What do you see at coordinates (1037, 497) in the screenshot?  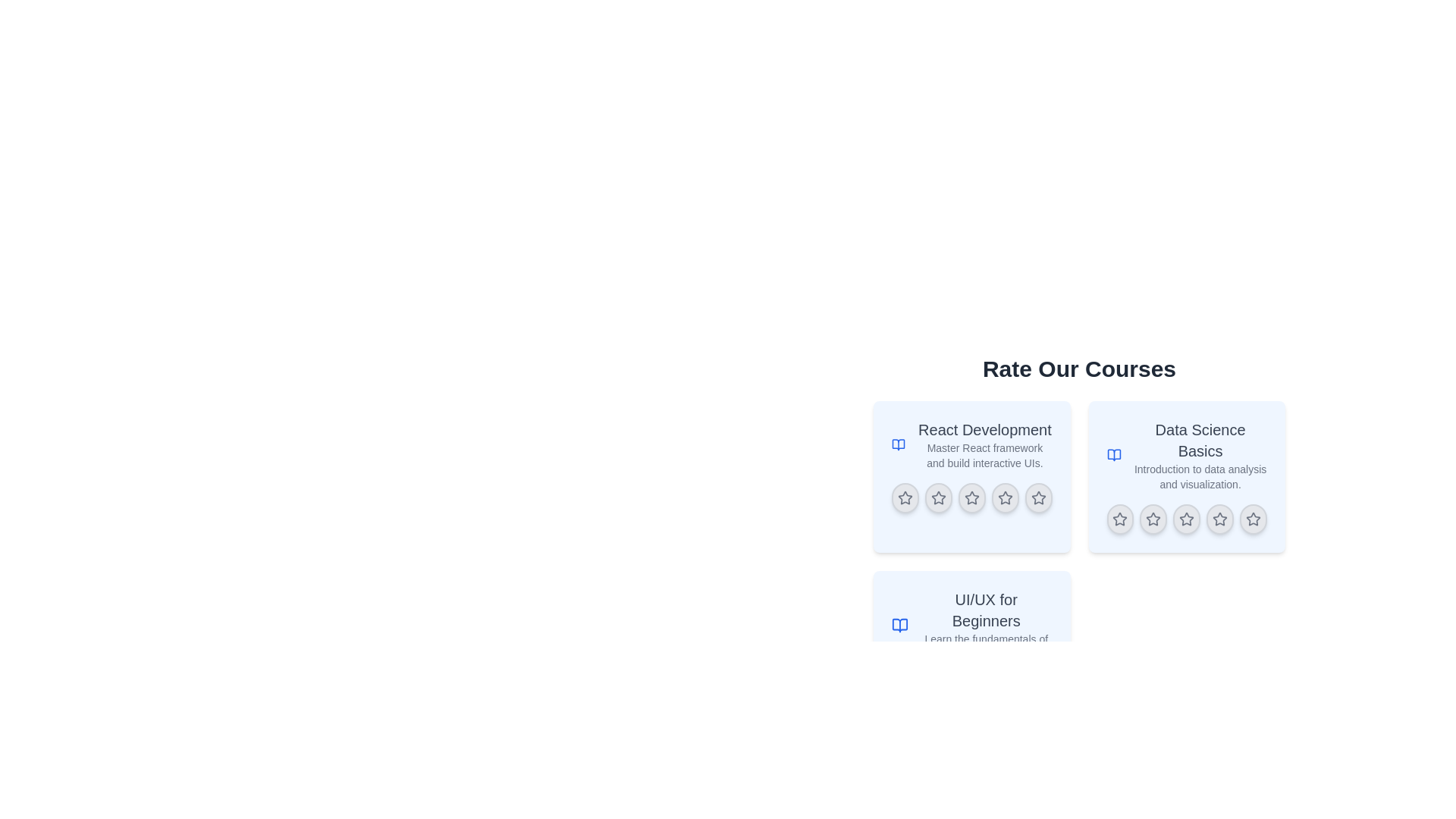 I see `the fifth star icon in the React Development course rating system for visual feedback` at bounding box center [1037, 497].